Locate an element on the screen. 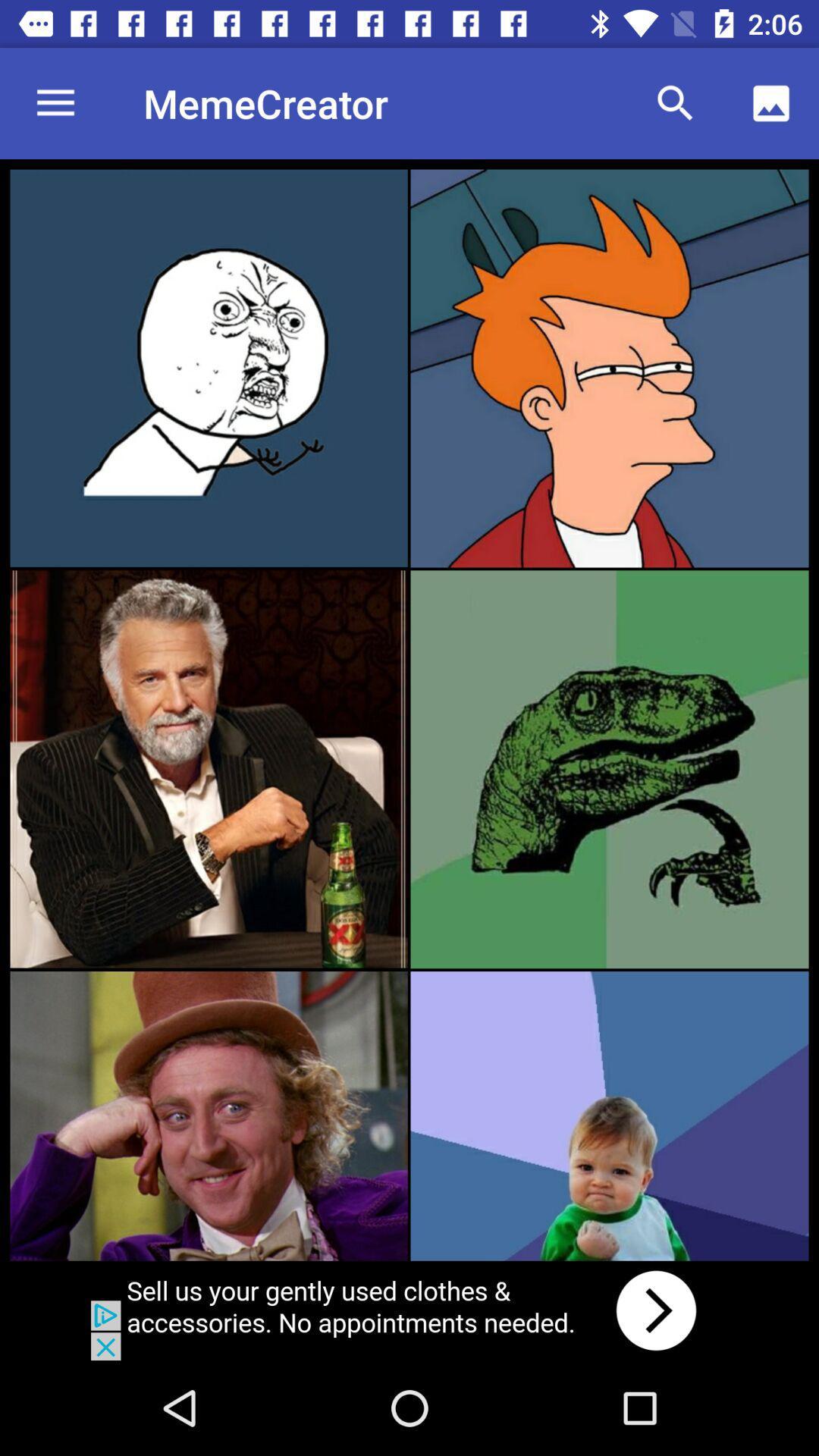 The height and width of the screenshot is (1456, 819). meme is located at coordinates (209, 368).